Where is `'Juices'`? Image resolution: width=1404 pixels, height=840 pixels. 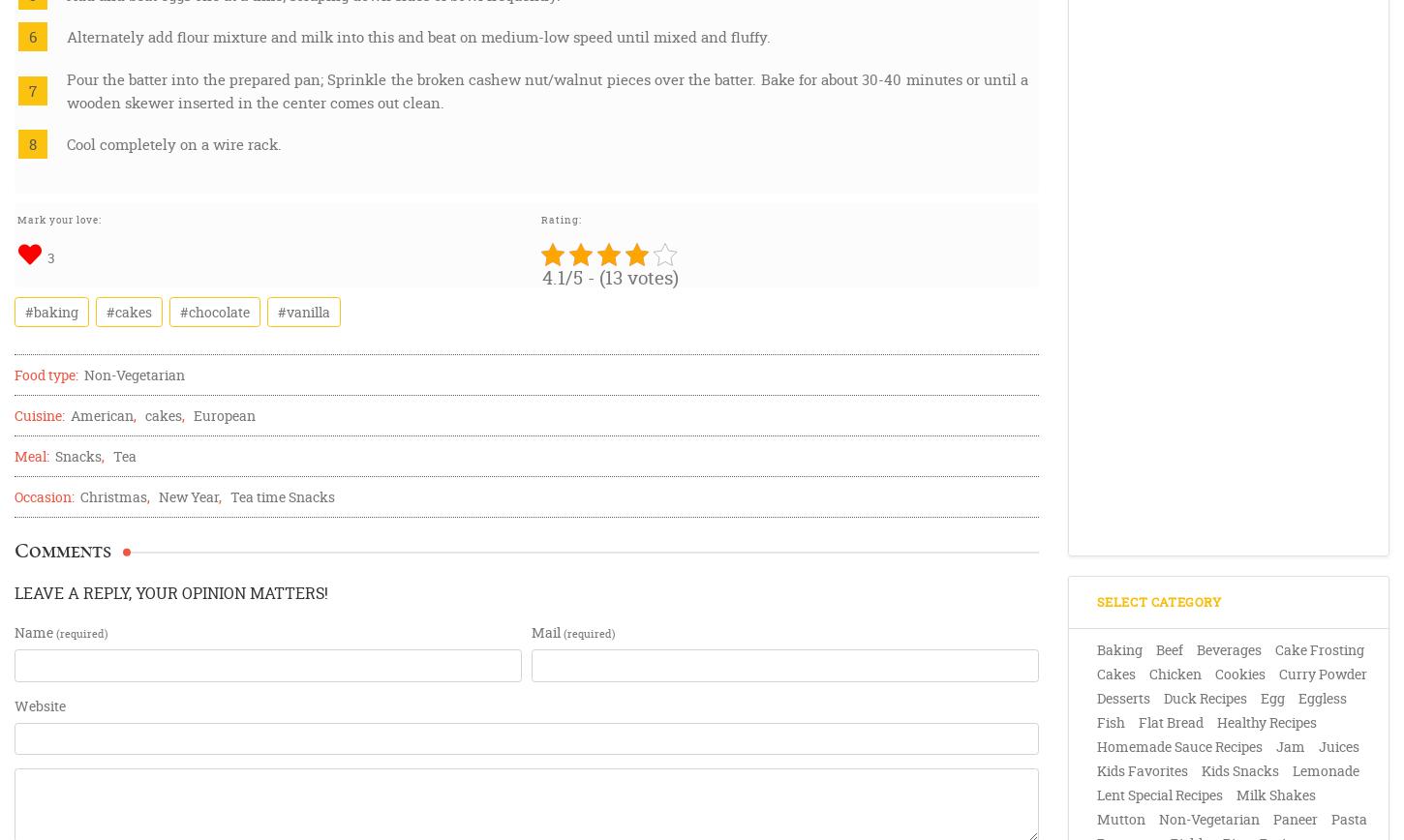 'Juices' is located at coordinates (1336, 746).